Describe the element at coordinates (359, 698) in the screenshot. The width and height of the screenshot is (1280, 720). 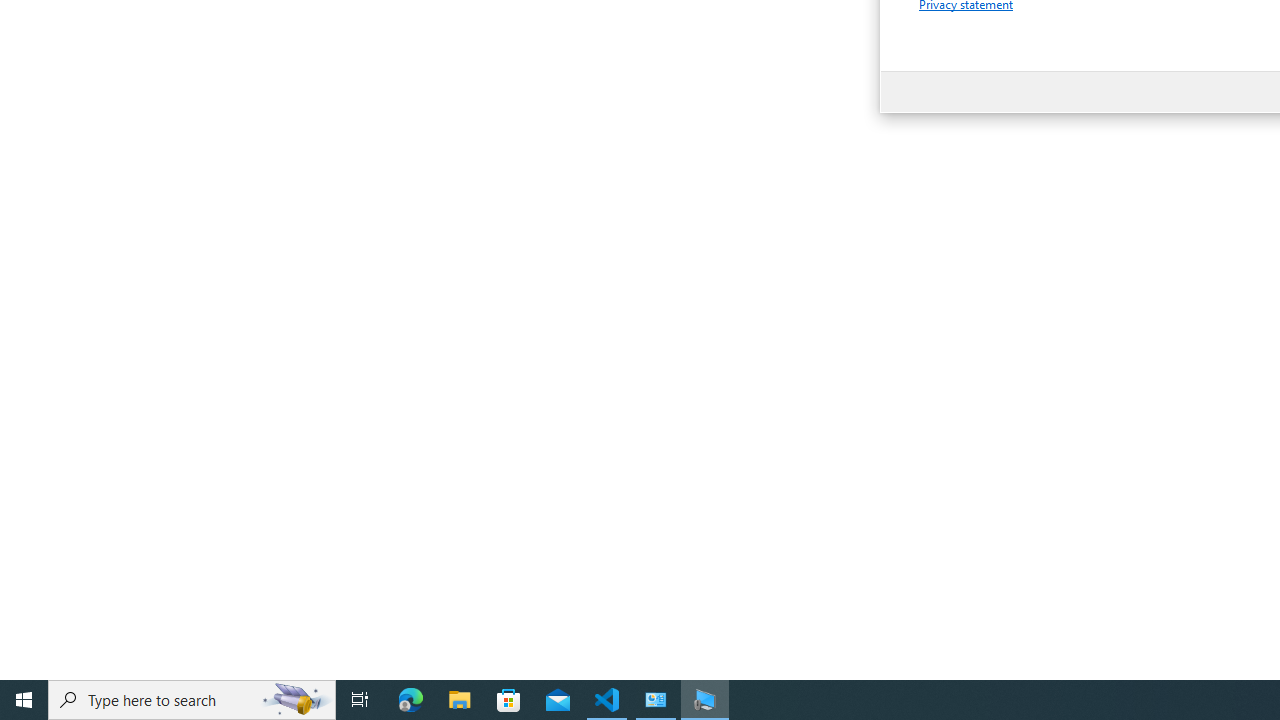
I see `'Task View'` at that location.